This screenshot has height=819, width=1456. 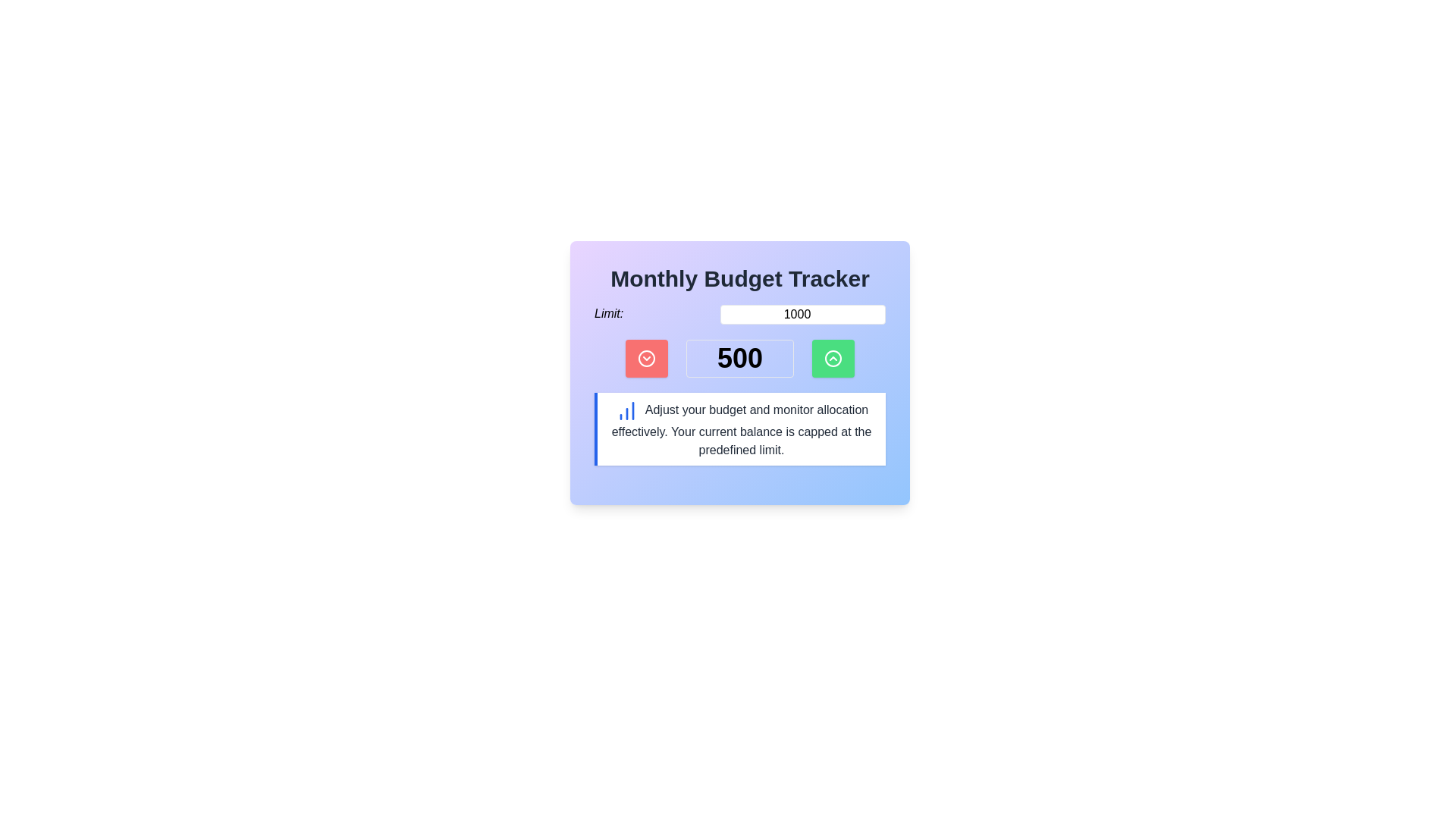 I want to click on the circular button with an upward chevron icon located to the right of the central numeric display, so click(x=833, y=359).